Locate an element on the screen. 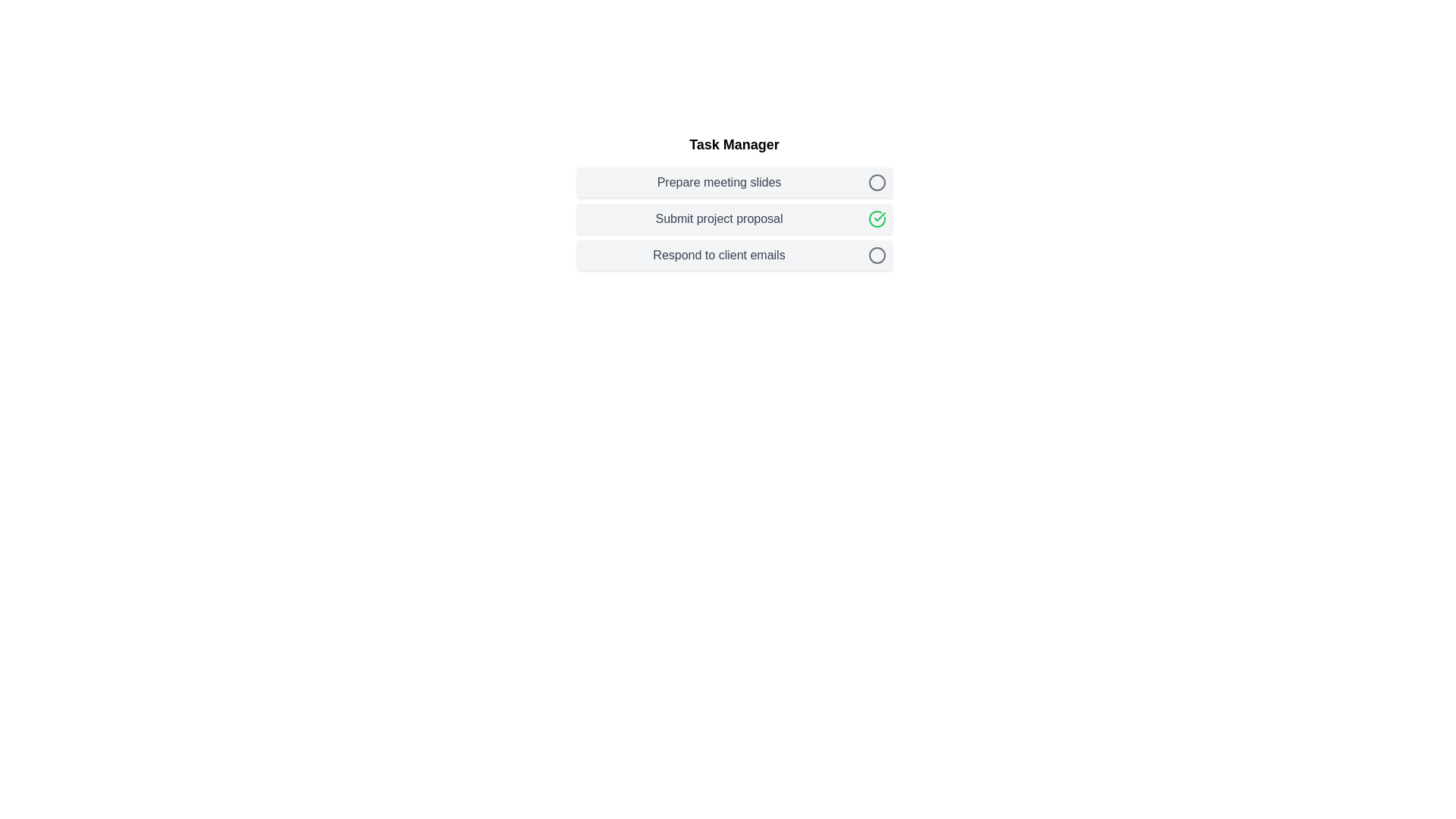 This screenshot has height=819, width=1456. the status icon indicating the unprepared or incomplete state for the 'Prepare meeting slides' task in the 'Task Manager' list is located at coordinates (877, 181).